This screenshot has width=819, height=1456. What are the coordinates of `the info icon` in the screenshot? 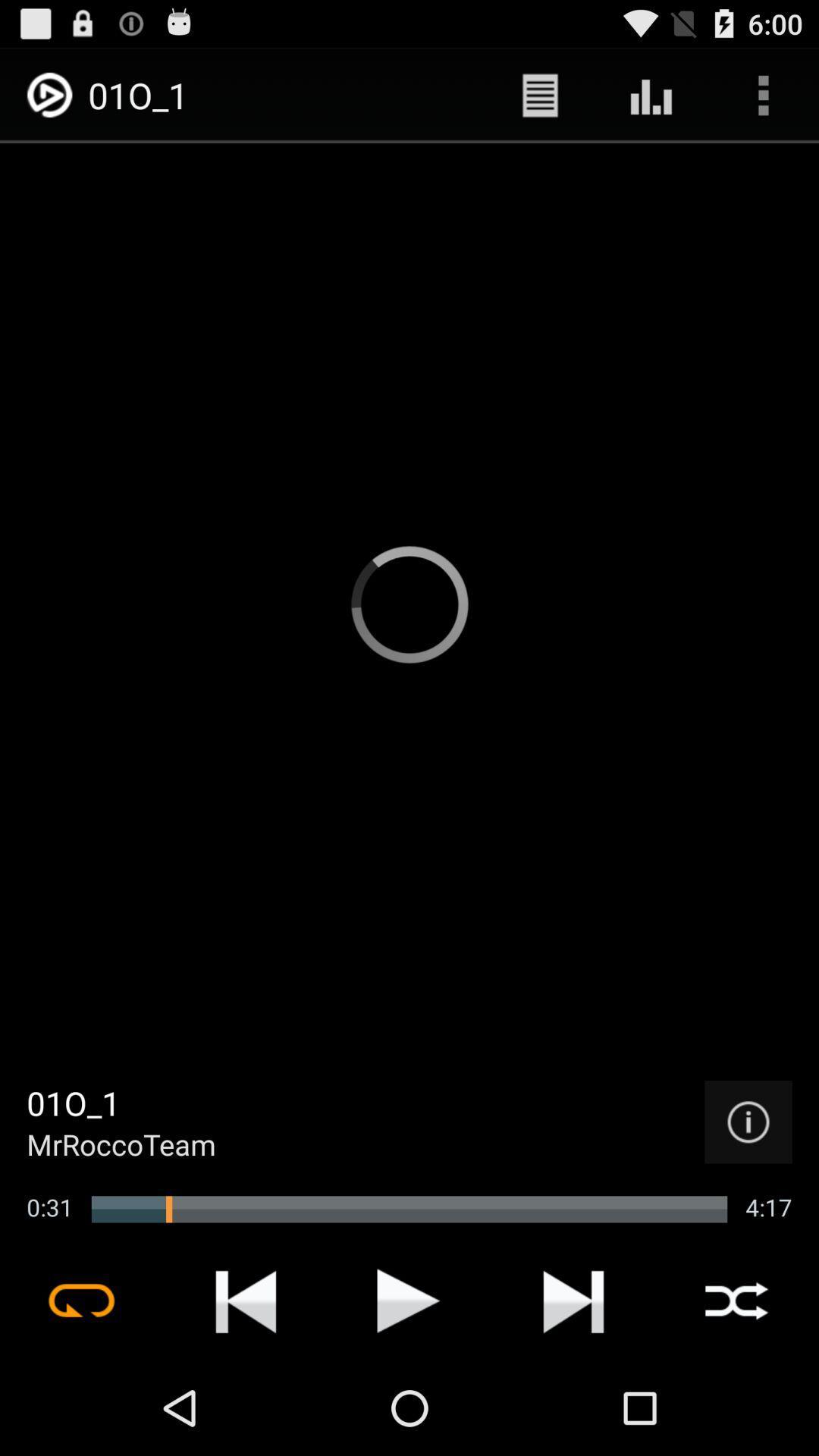 It's located at (748, 1200).